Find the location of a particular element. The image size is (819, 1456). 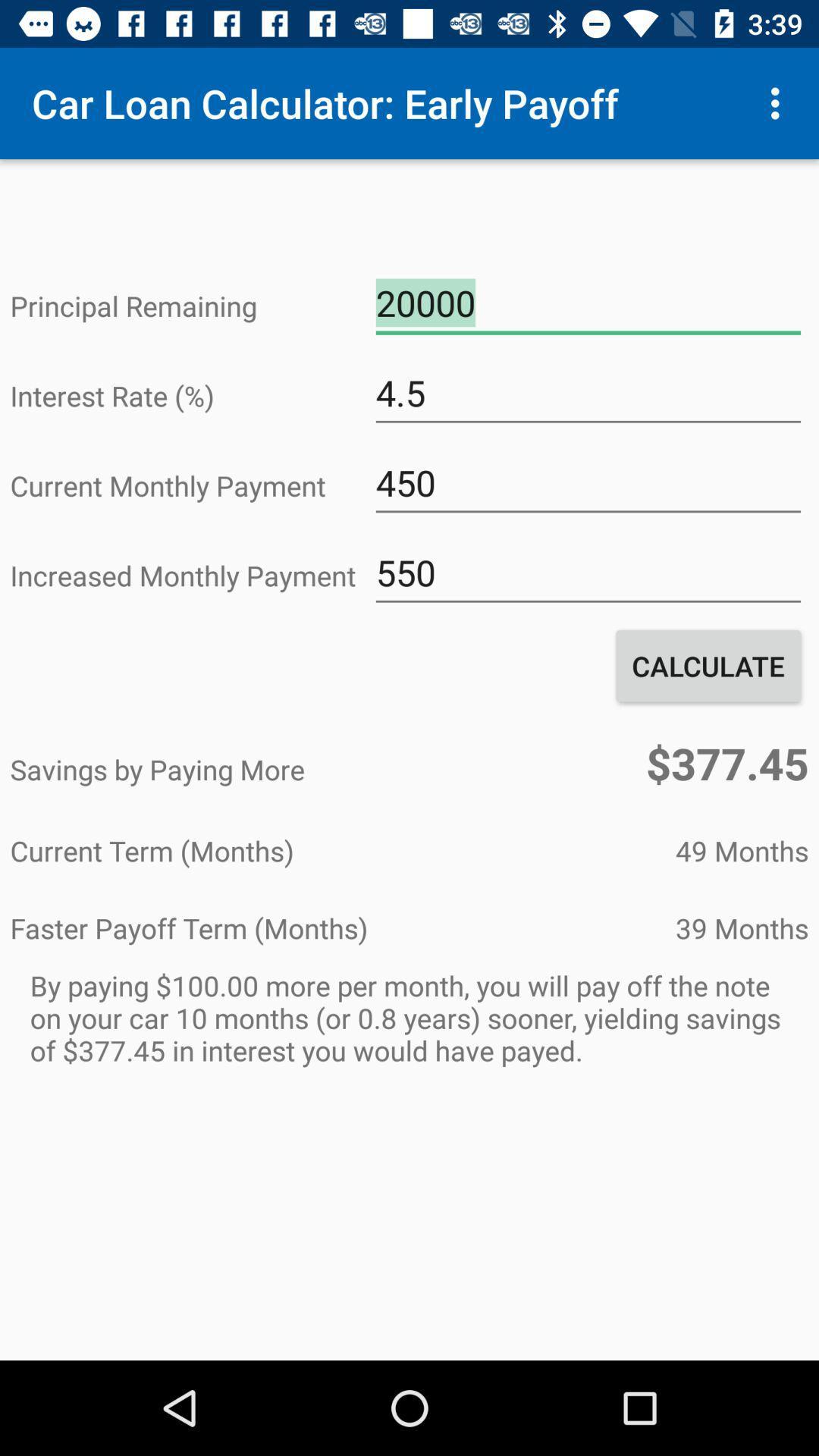

item next to car loan calculator item is located at coordinates (779, 102).